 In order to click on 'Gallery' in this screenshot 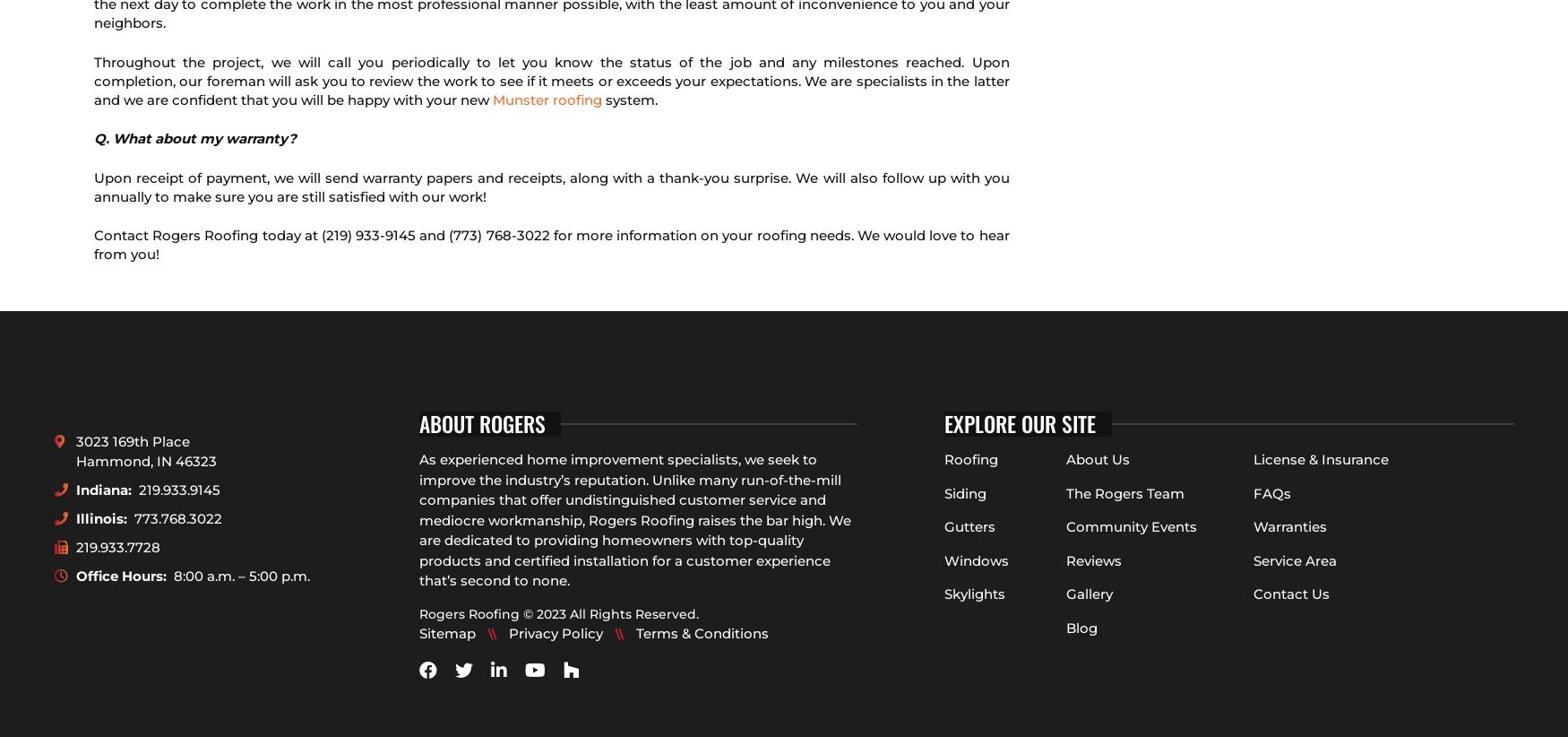, I will do `click(1064, 593)`.